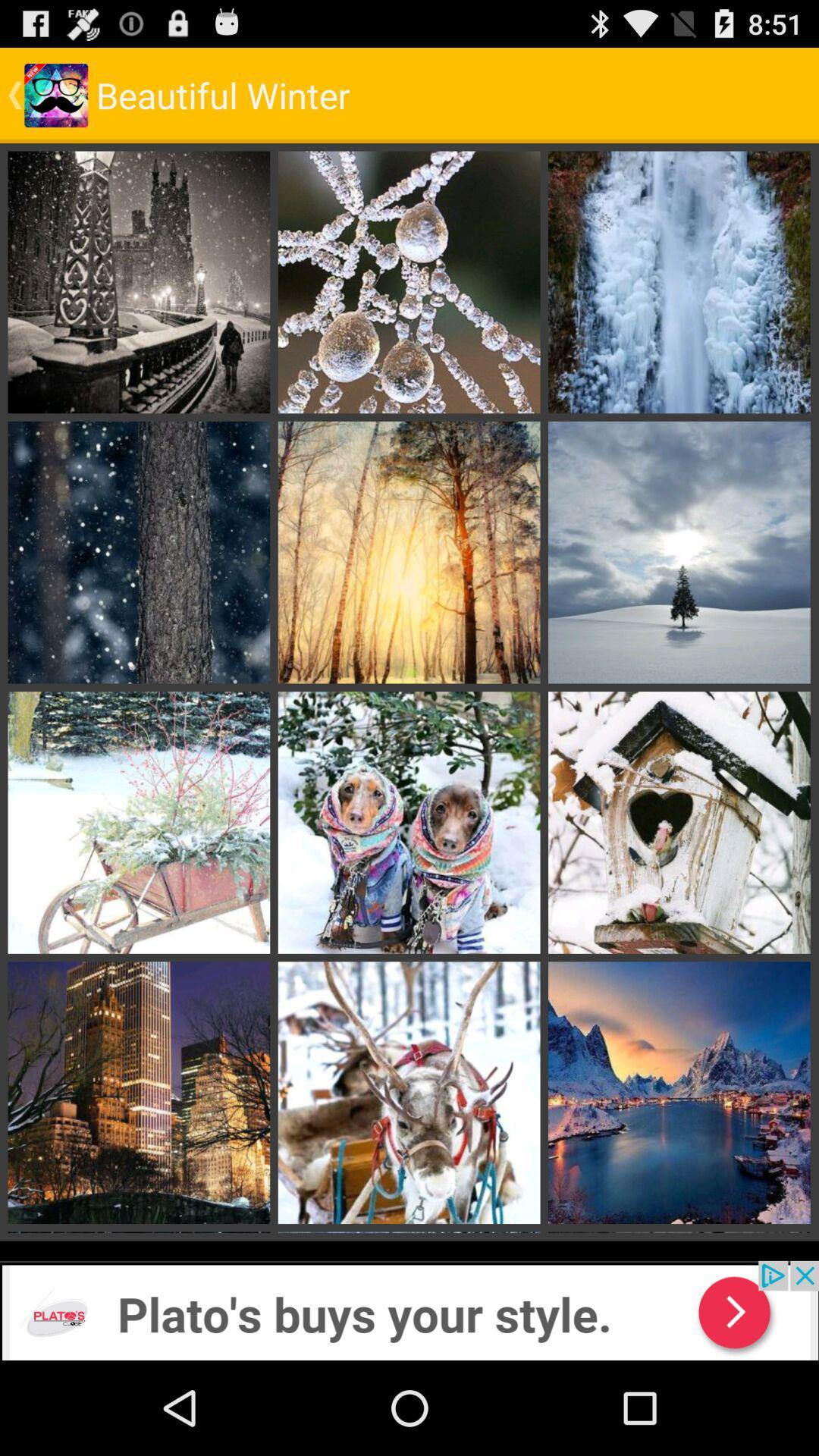 This screenshot has width=819, height=1456. Describe the element at coordinates (409, 1310) in the screenshot. I see `bit news` at that location.